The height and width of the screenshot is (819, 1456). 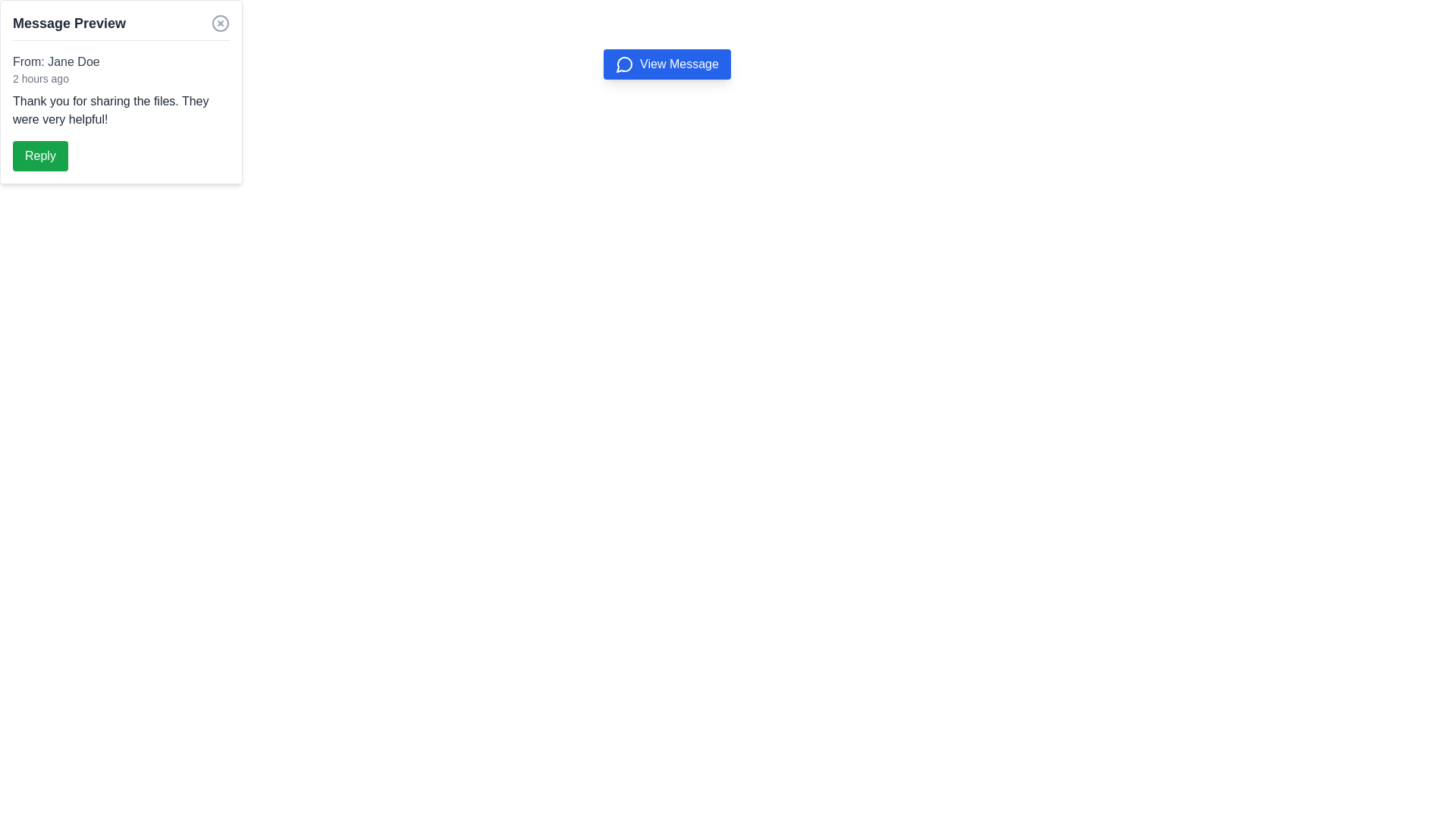 I want to click on the speech bubble icon located to the left of the 'View Message' button, which is centrally positioned near the top of the UI, so click(x=624, y=64).